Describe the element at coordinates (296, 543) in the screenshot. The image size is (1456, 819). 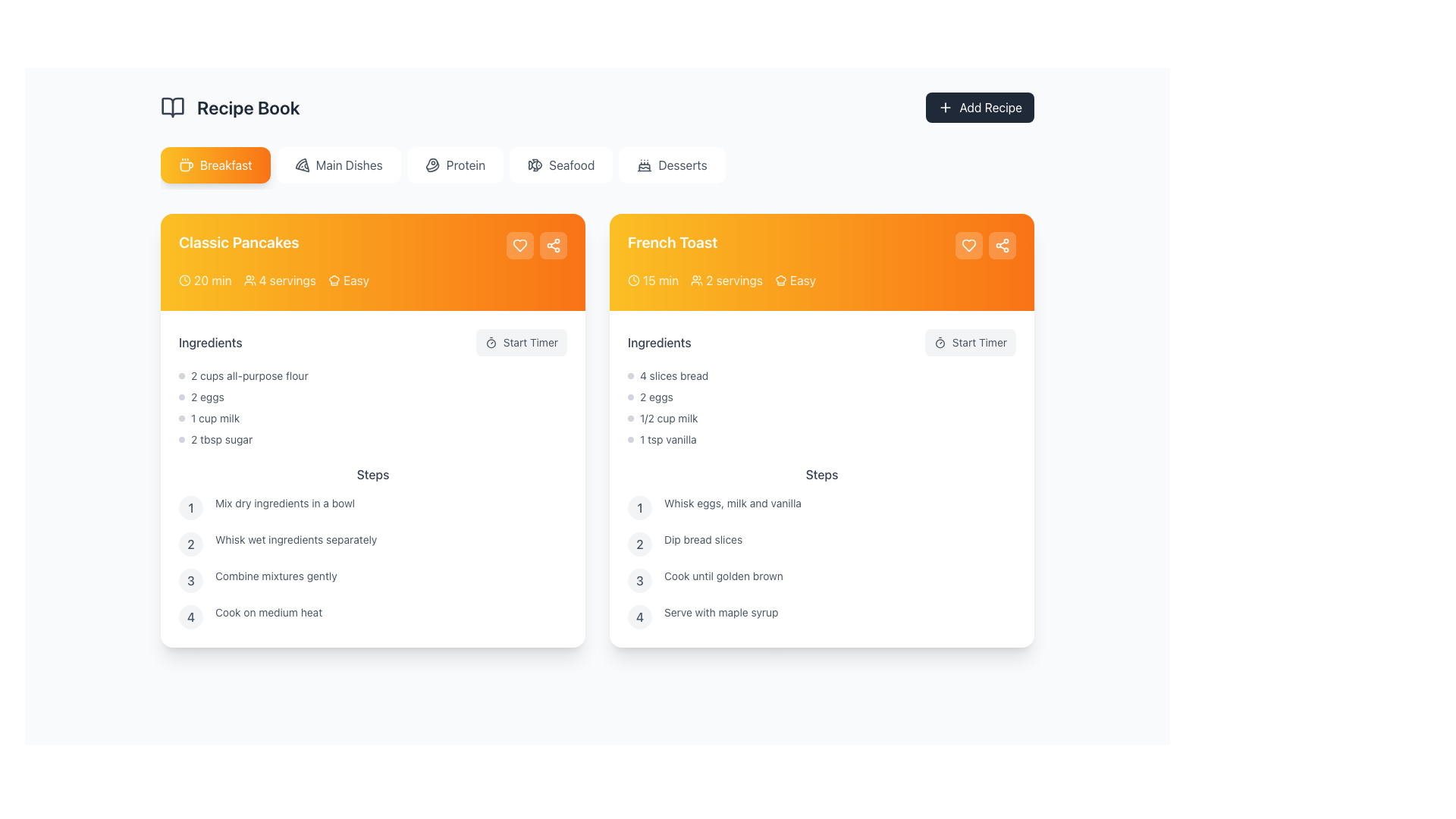
I see `text instruction card detailing the second step in the recipe preparation process for 'Classic Pancakes', which is located in the 'Steps' section and follows the instruction to 'Mix dry ingredients in a bowl'` at that location.